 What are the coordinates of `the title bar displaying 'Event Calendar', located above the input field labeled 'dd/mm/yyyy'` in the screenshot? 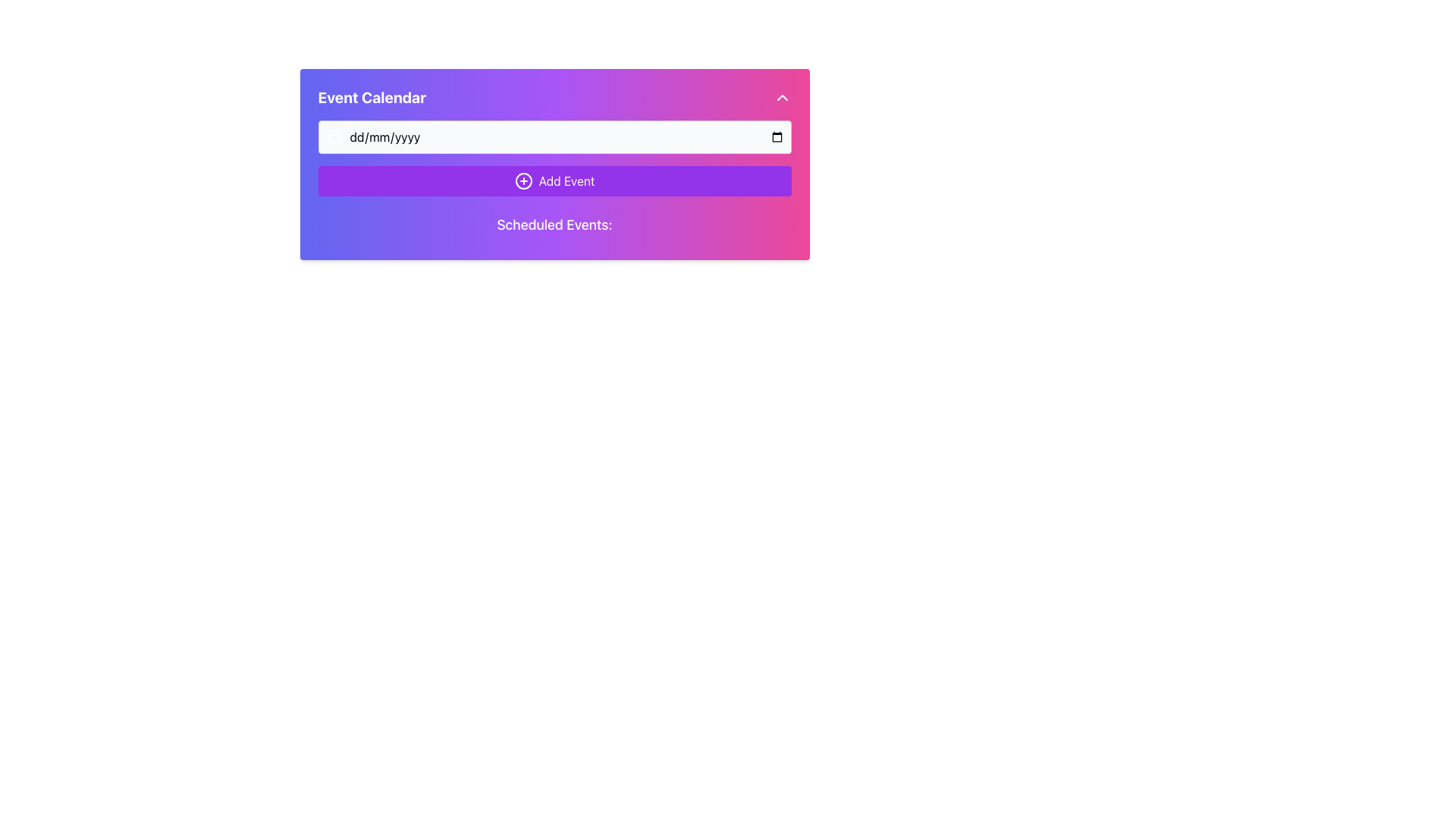 It's located at (554, 97).